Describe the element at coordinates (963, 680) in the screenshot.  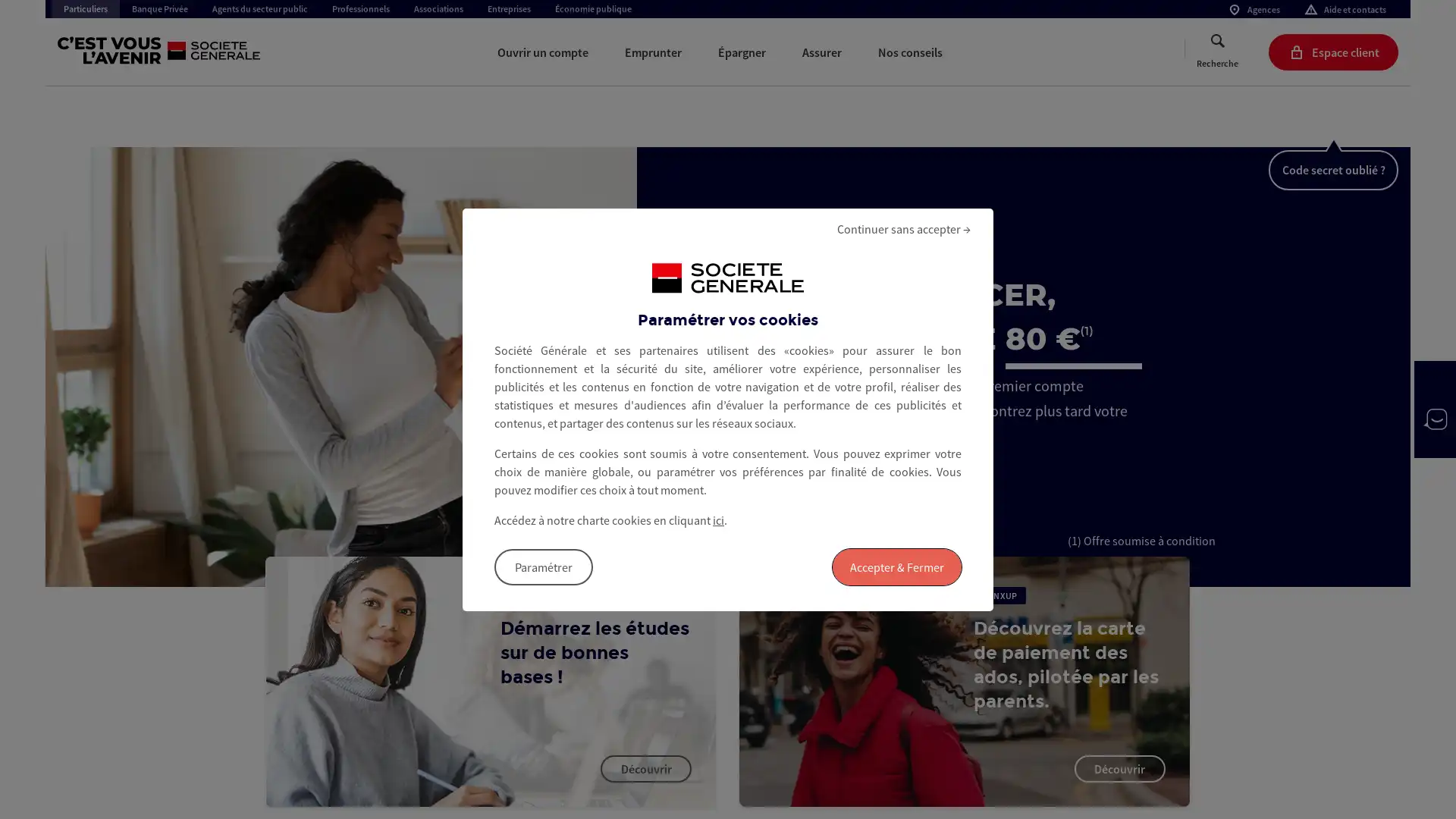
I see `BANXUP Decouvrez la carte de paiement des ados, pilotee par les parents. Decouvrir Decouvrez la carte de paiement des ados, pilotee par les parents. Decouvrez la carte de paiement des ados, pilotee par les parents.` at that location.